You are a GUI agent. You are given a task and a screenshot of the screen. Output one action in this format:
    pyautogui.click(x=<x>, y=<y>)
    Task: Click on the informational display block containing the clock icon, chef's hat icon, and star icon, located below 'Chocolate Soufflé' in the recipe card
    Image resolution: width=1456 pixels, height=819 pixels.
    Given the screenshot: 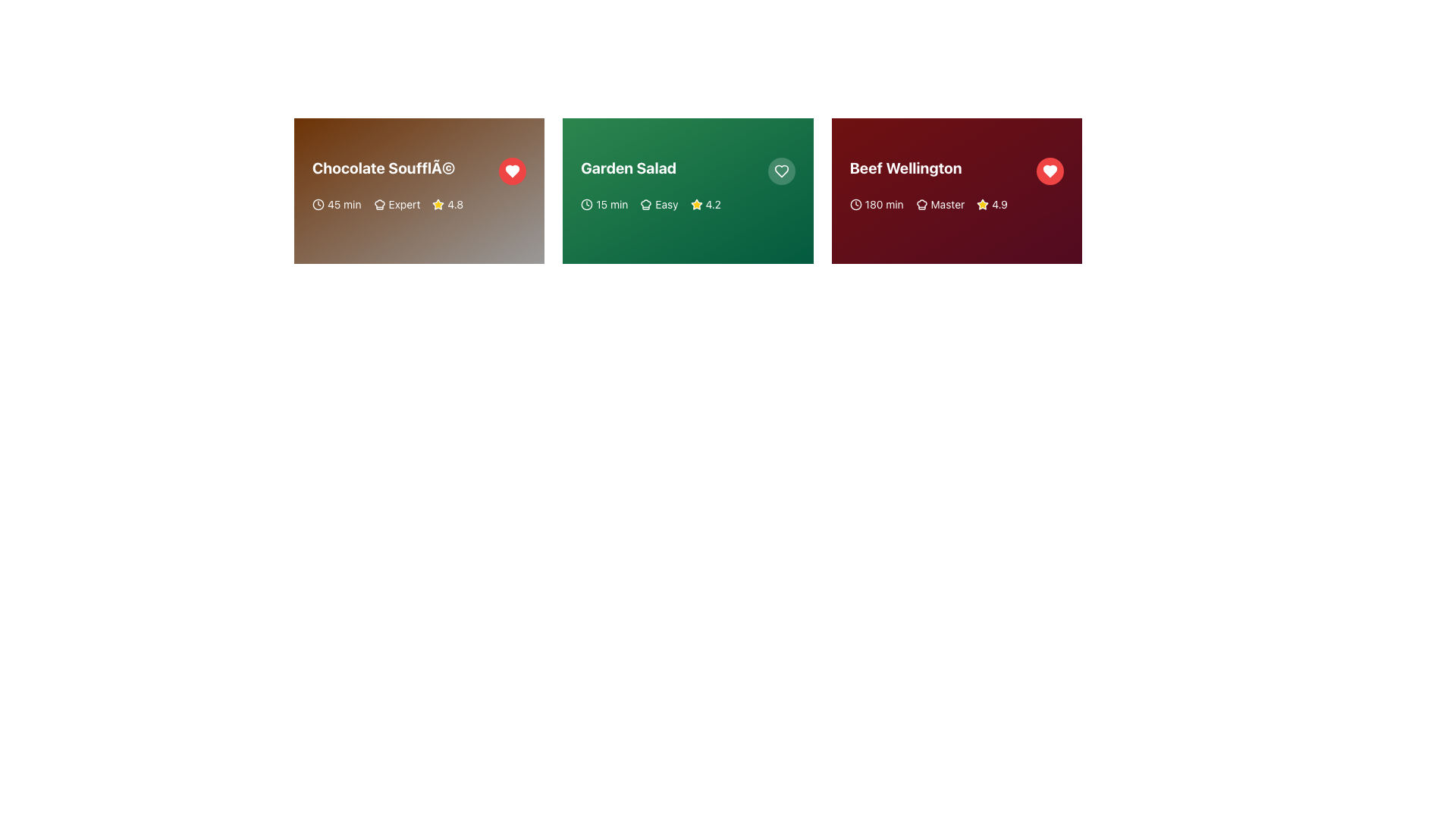 What is the action you would take?
    pyautogui.click(x=419, y=205)
    